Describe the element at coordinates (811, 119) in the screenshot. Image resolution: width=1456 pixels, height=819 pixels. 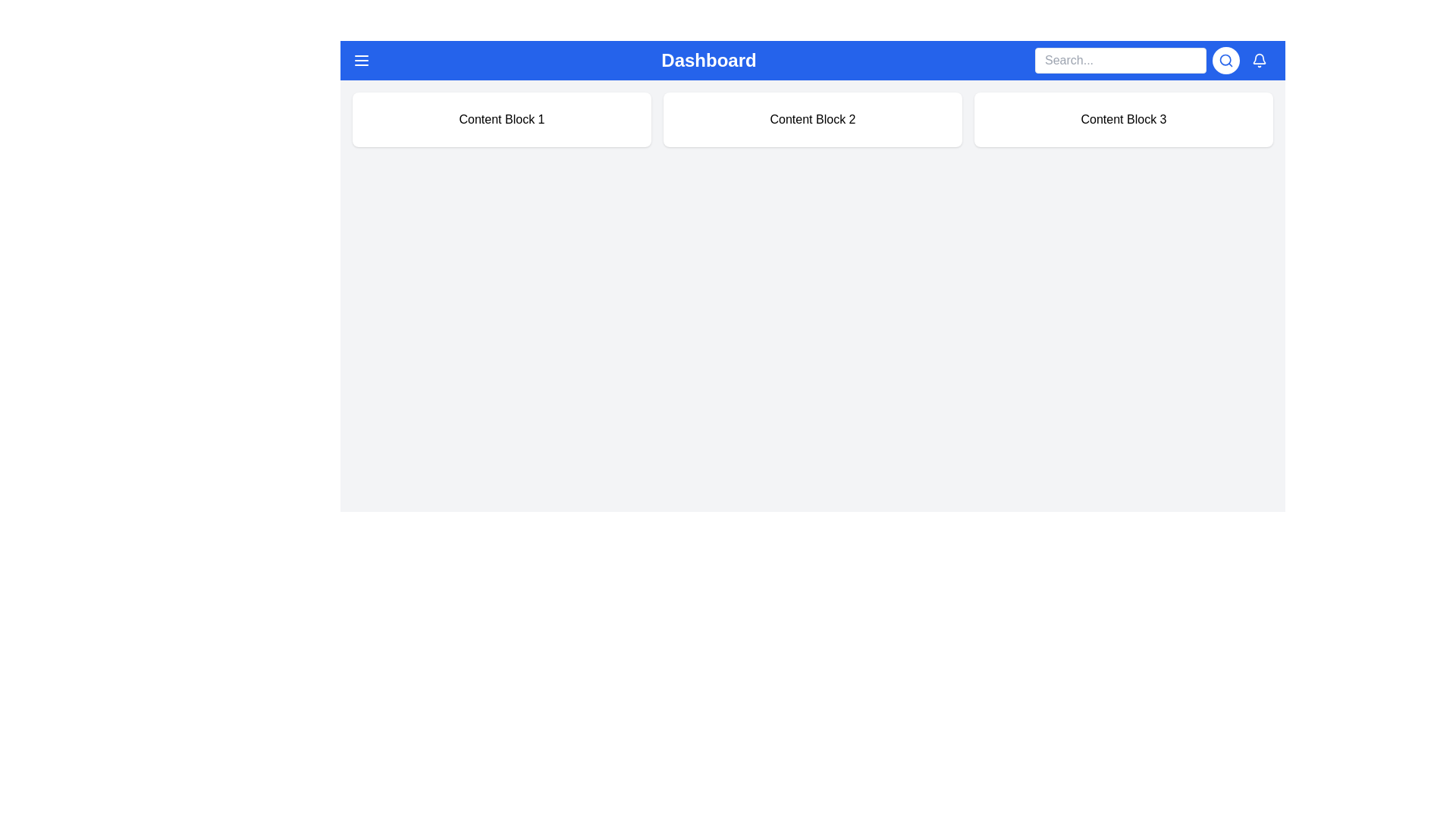
I see `the second static content block that visually groups and labels information, positioned centrally between 'Content Block 1' and 'Content Block 3'` at that location.